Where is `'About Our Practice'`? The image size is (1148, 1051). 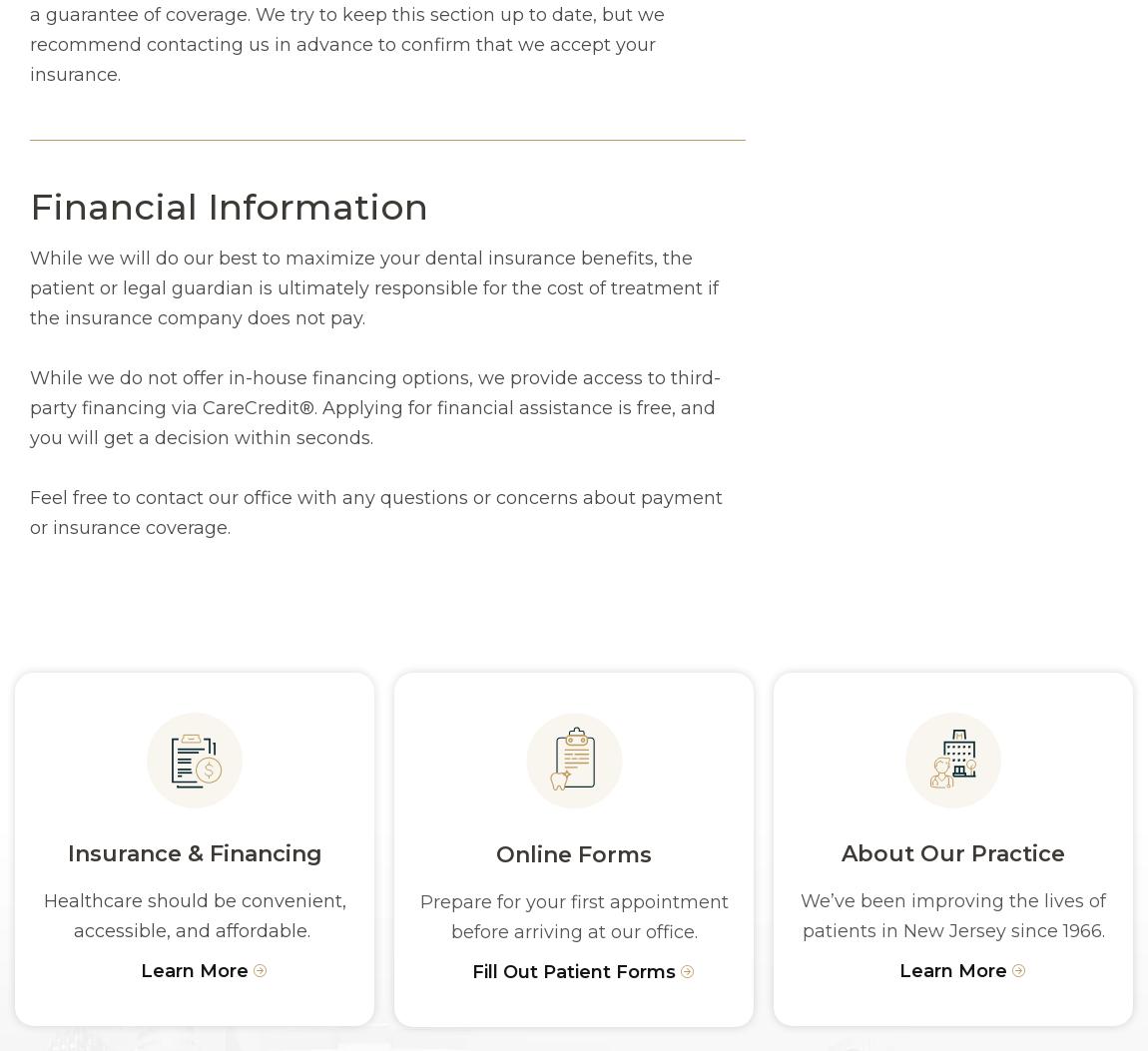
'About Our Practice' is located at coordinates (952, 852).